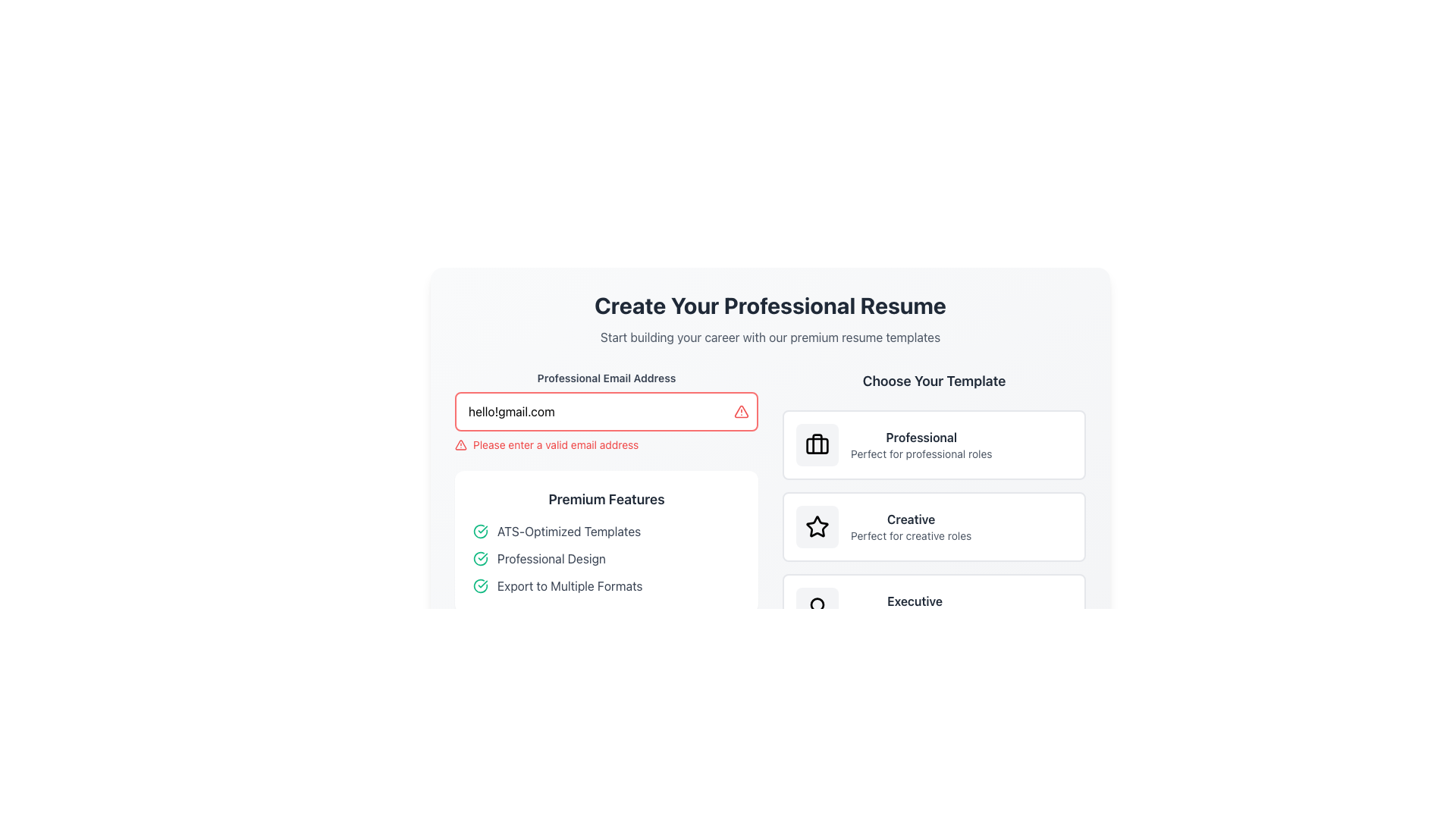 The height and width of the screenshot is (819, 1456). What do you see at coordinates (914, 607) in the screenshot?
I see `textual content of the selectable template option titled 'Executive' located in the 'Choose Your Template' section at the bottom of the list` at bounding box center [914, 607].